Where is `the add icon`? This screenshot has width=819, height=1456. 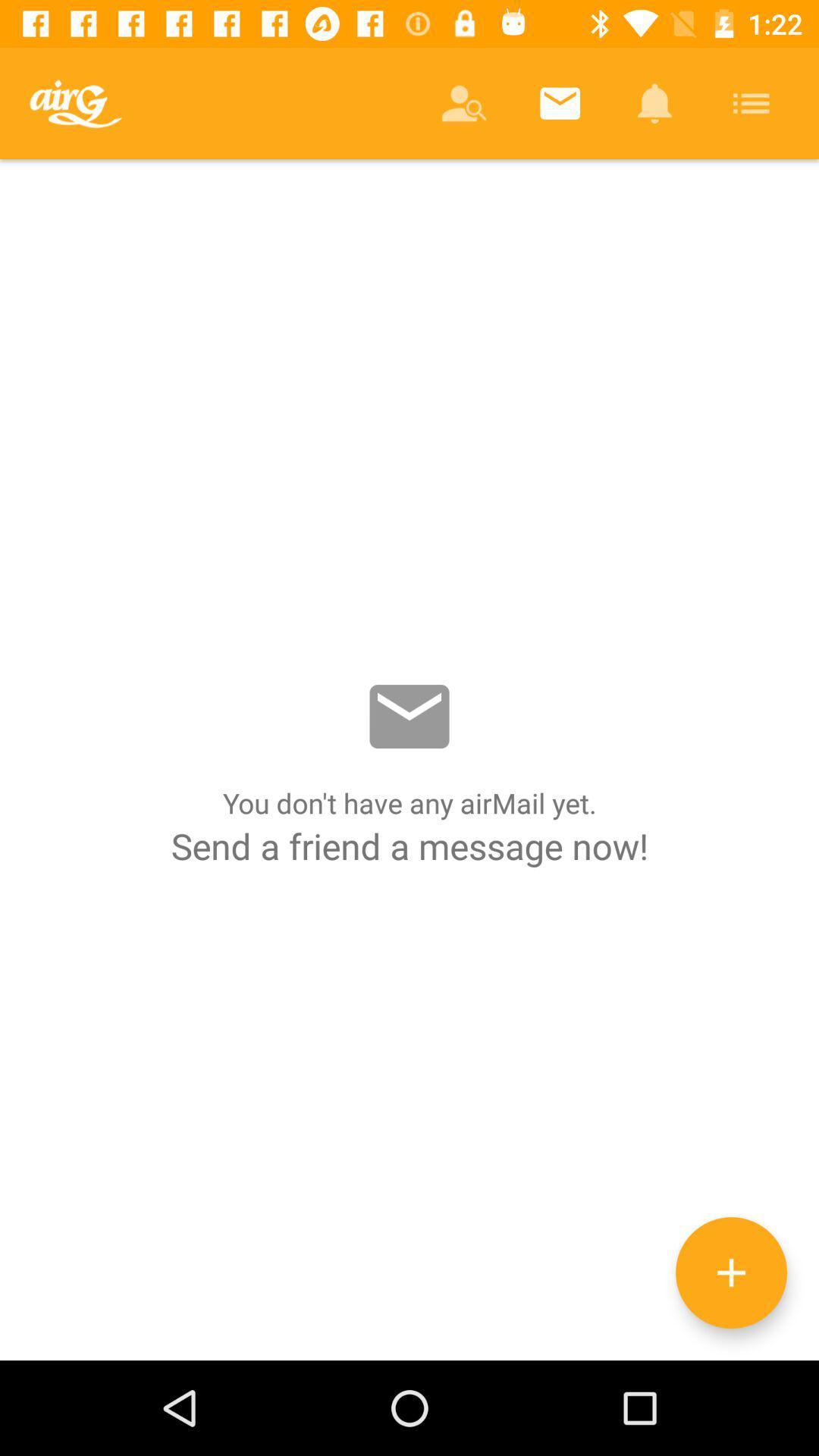 the add icon is located at coordinates (730, 1272).